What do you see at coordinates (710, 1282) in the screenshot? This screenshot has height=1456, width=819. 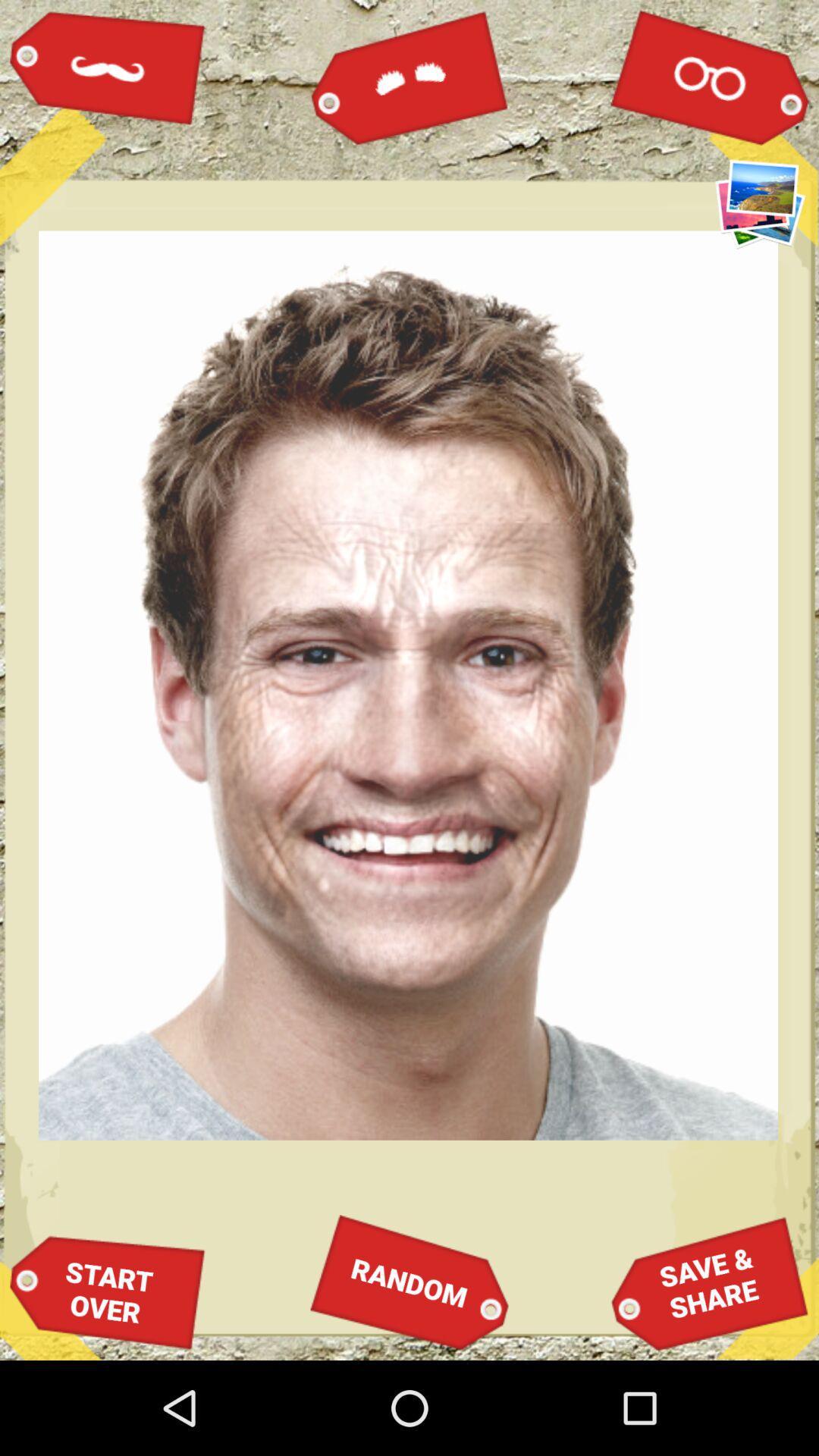 I see `item to the right of the random` at bounding box center [710, 1282].